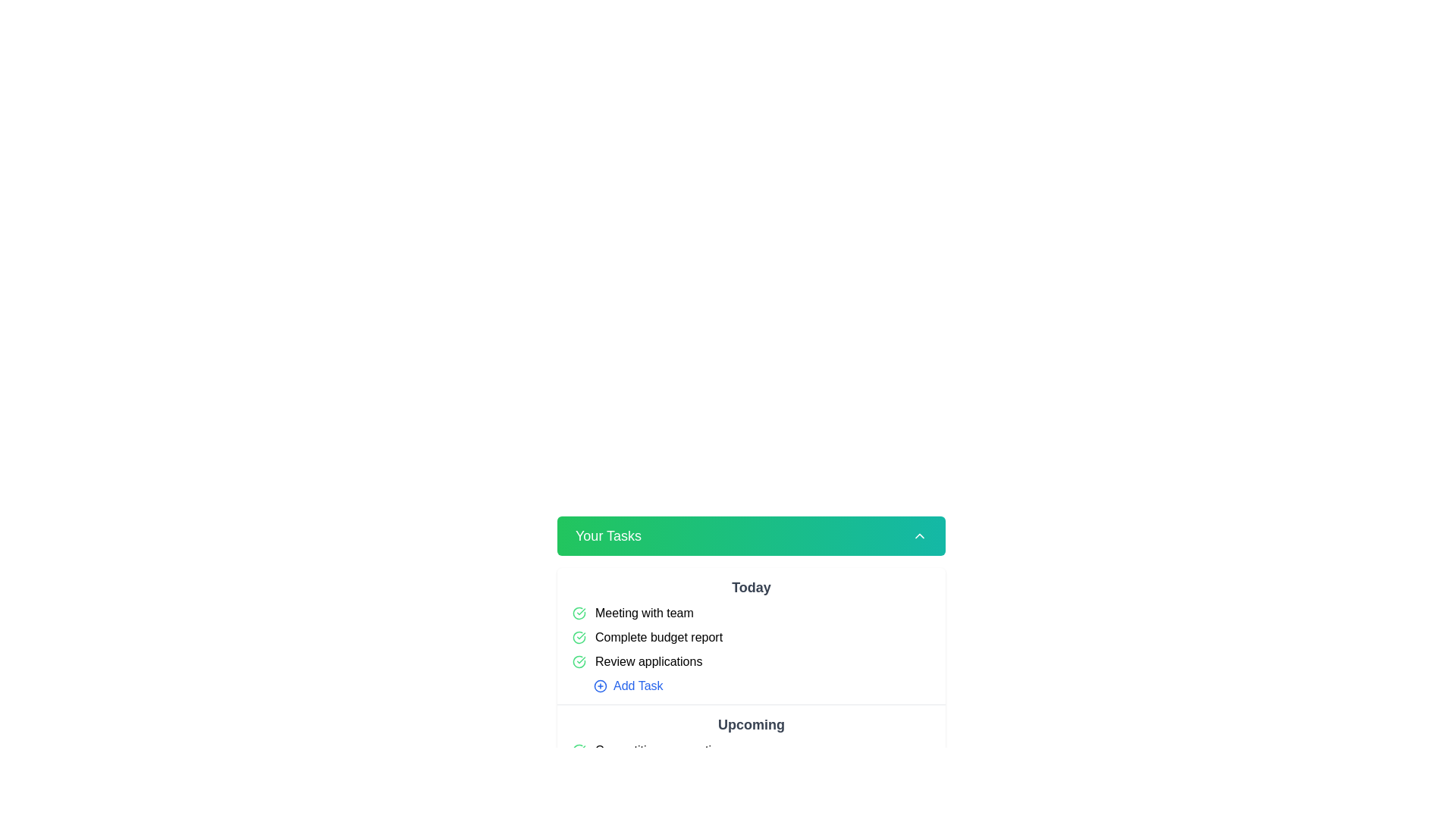 This screenshot has width=1456, height=819. Describe the element at coordinates (751, 724) in the screenshot. I see `the Text Label that serves as a section header for upcoming tasks, positioned at the bottom of the 'Today' list section` at that location.